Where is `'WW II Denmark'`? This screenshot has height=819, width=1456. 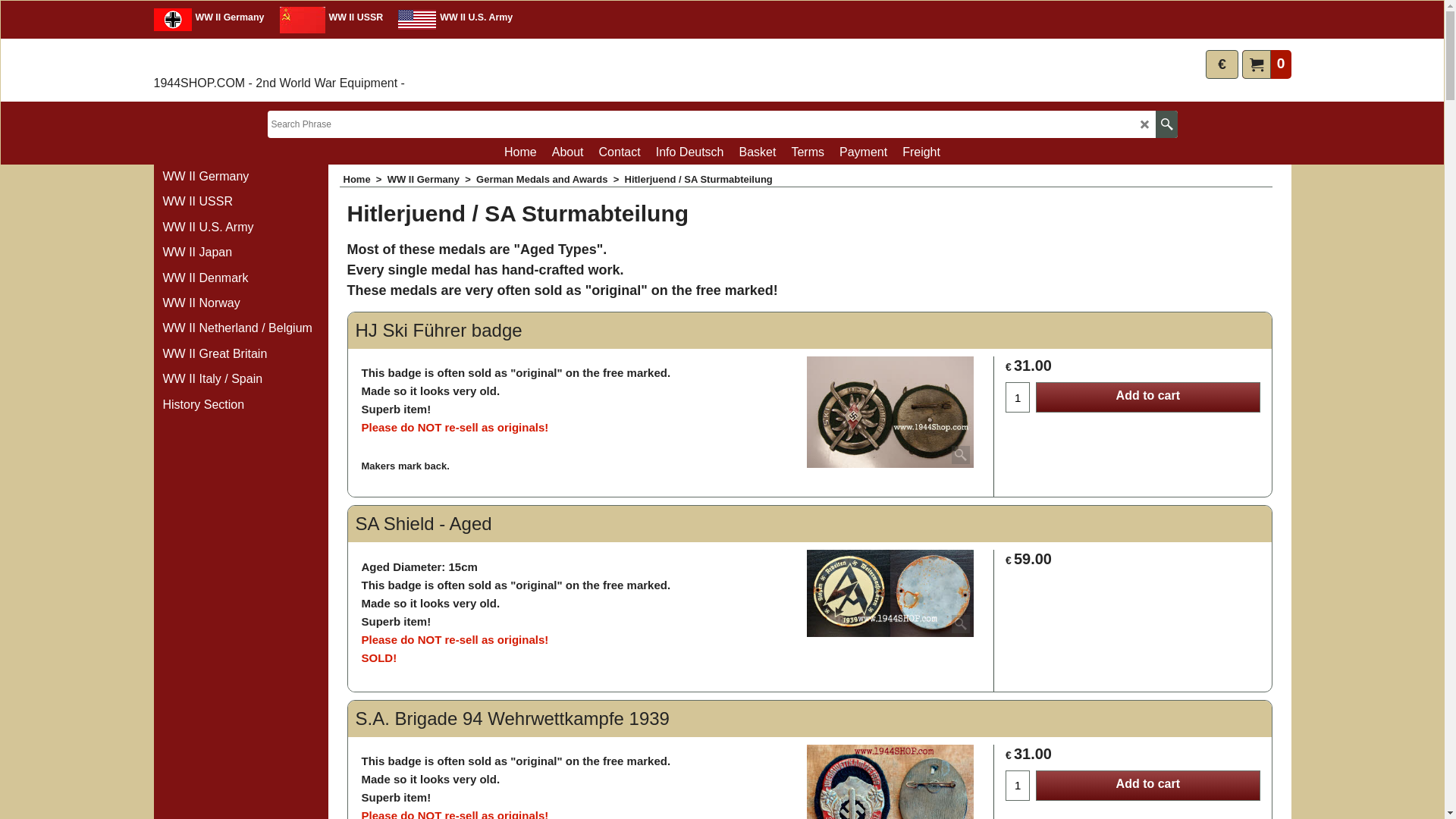 'WW II Denmark' is located at coordinates (239, 278).